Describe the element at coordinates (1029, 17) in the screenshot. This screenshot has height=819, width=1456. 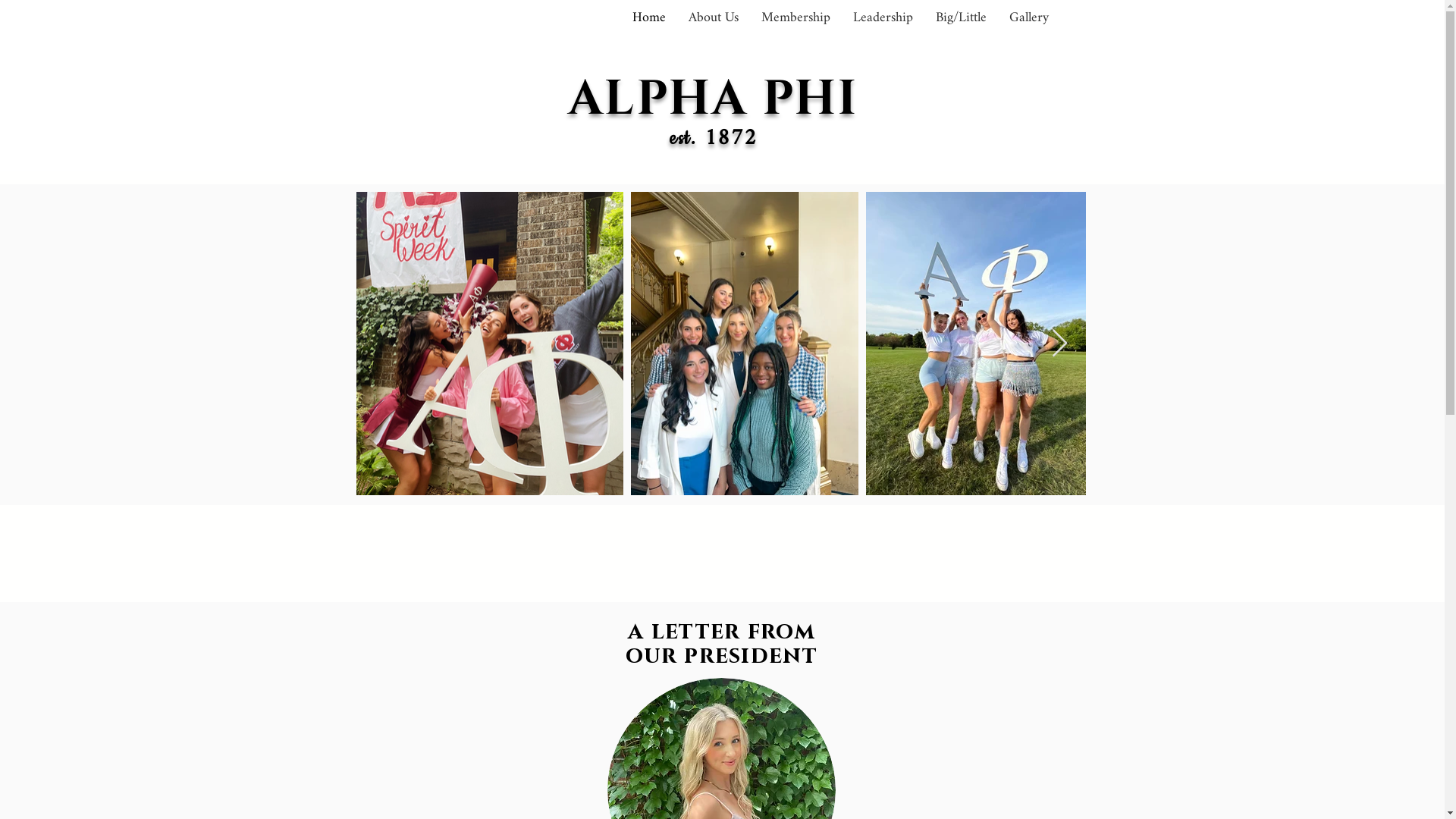
I see `'Gallery'` at that location.